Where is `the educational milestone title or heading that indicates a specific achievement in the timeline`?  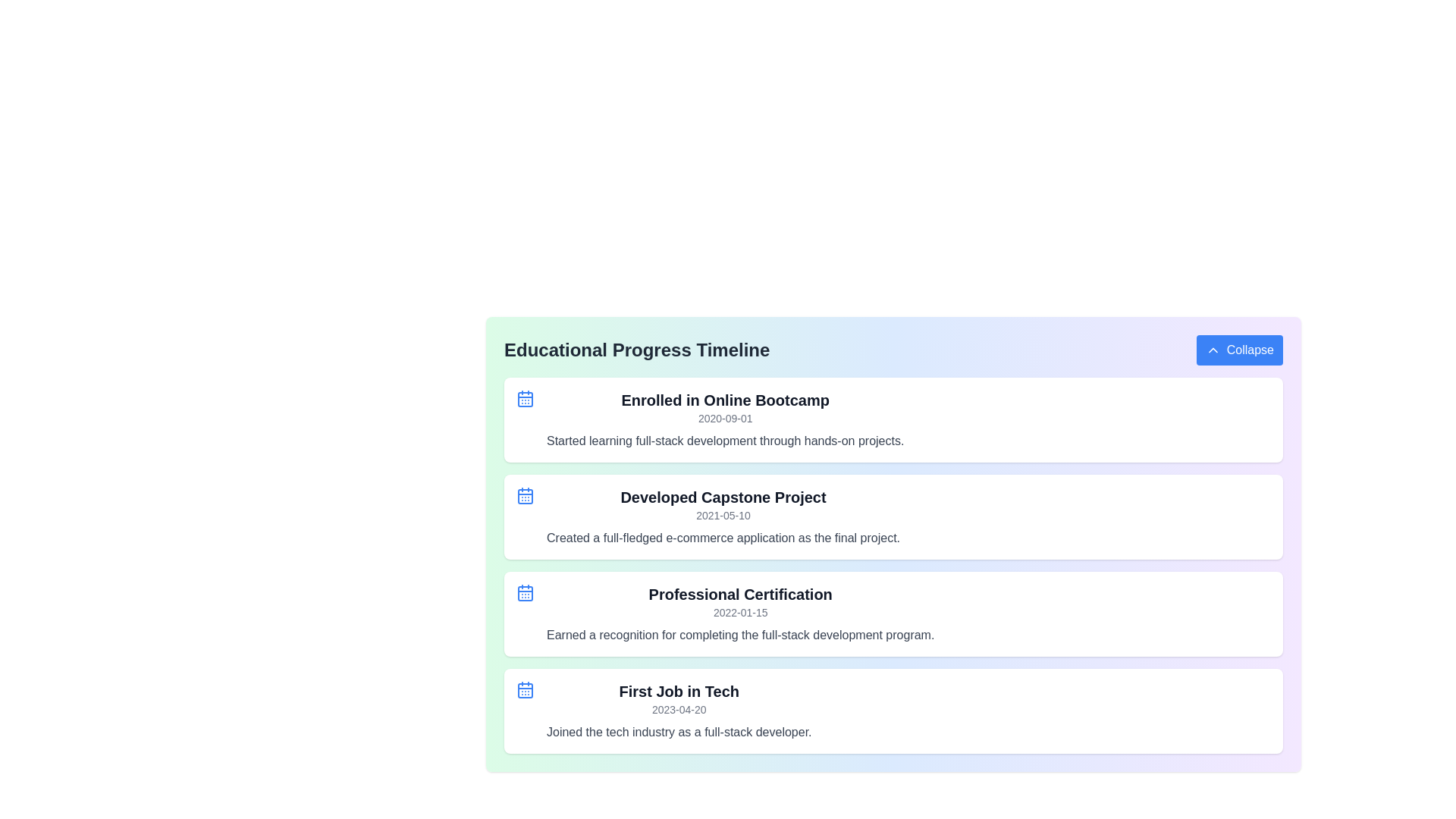 the educational milestone title or heading that indicates a specific achievement in the timeline is located at coordinates (724, 400).